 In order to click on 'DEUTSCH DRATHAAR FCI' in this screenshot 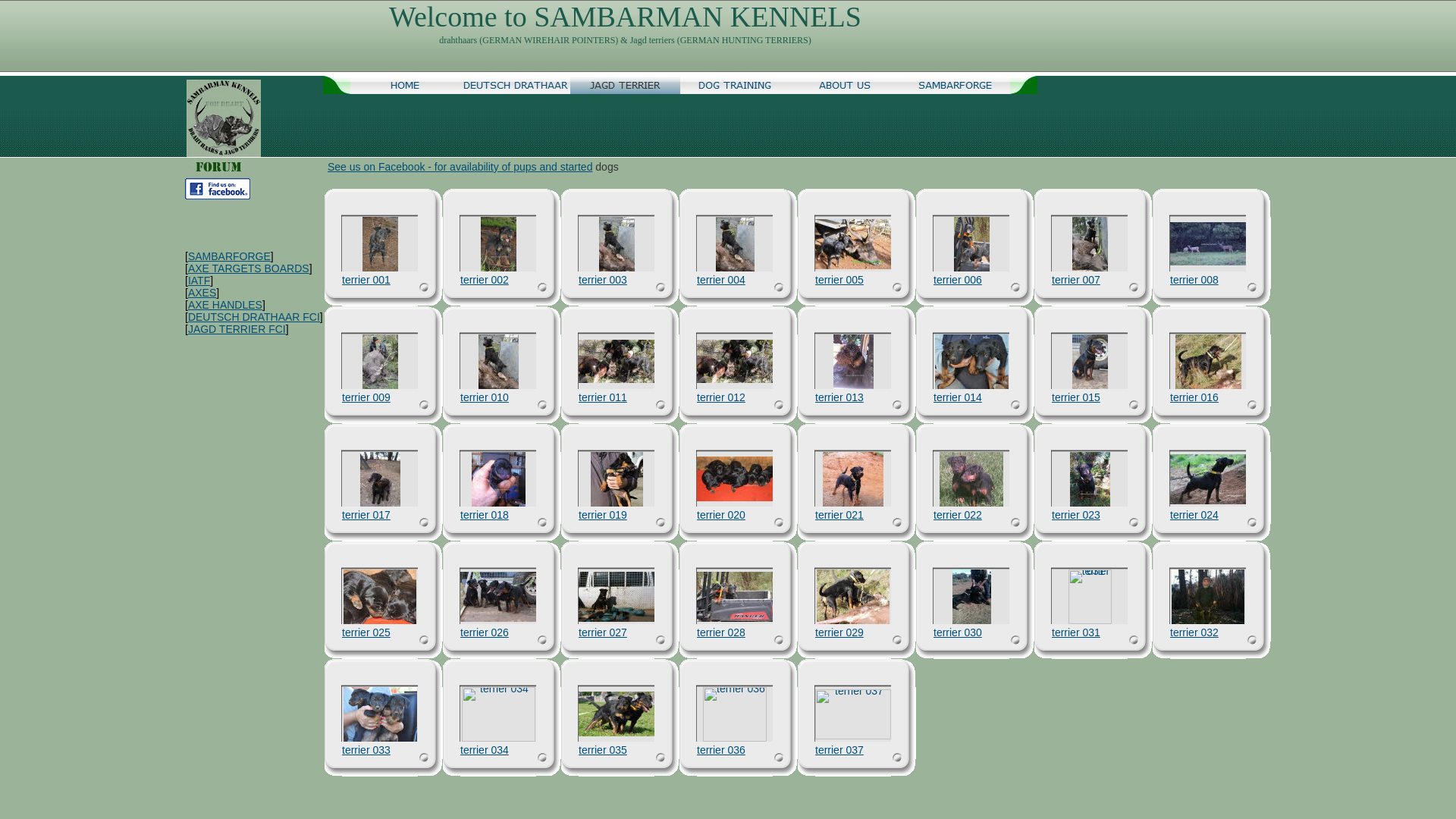, I will do `click(254, 315)`.